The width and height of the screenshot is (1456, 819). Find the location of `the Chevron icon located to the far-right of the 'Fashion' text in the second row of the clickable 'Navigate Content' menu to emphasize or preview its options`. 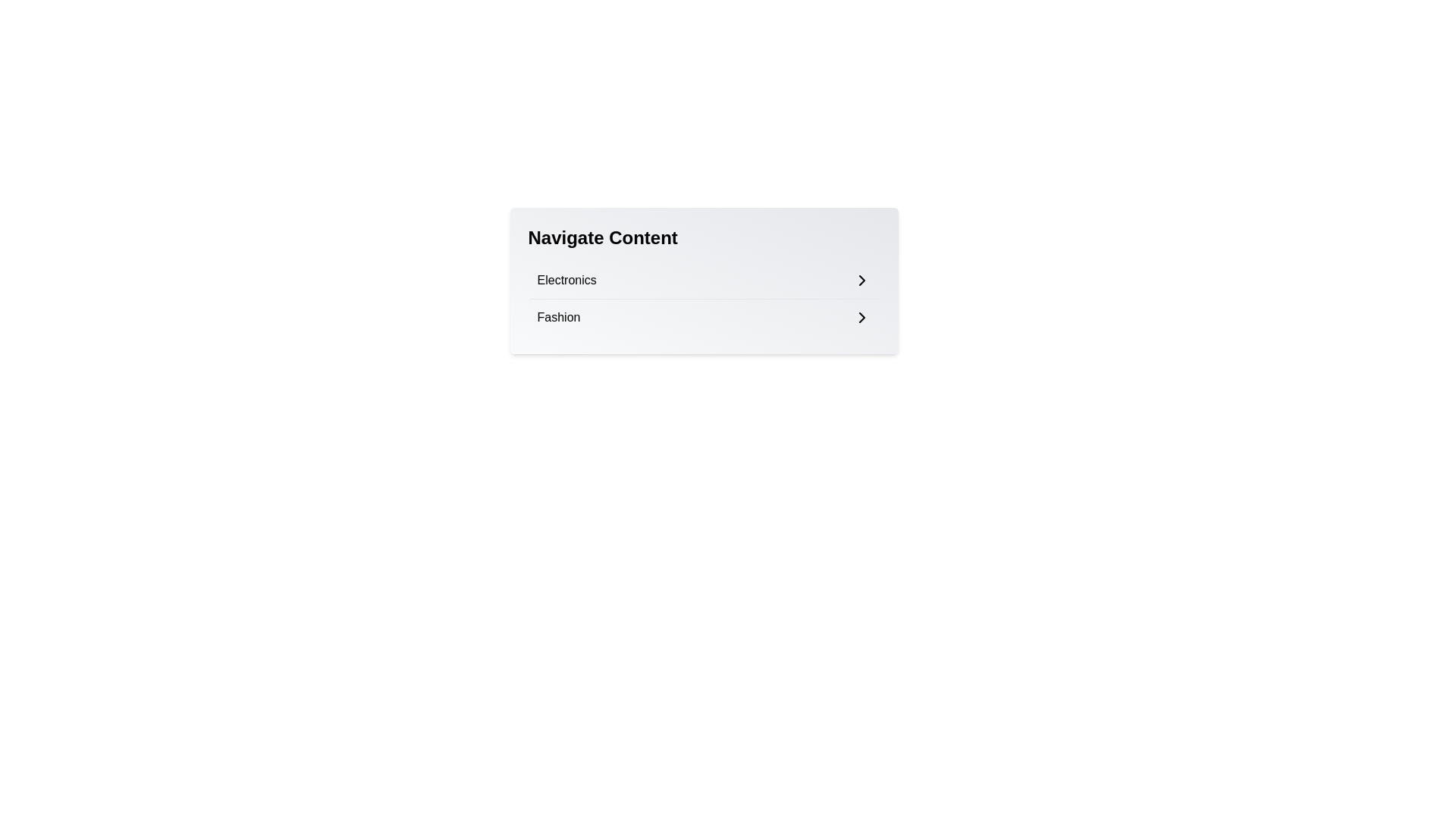

the Chevron icon located to the far-right of the 'Fashion' text in the second row of the clickable 'Navigate Content' menu to emphasize or preview its options is located at coordinates (861, 317).